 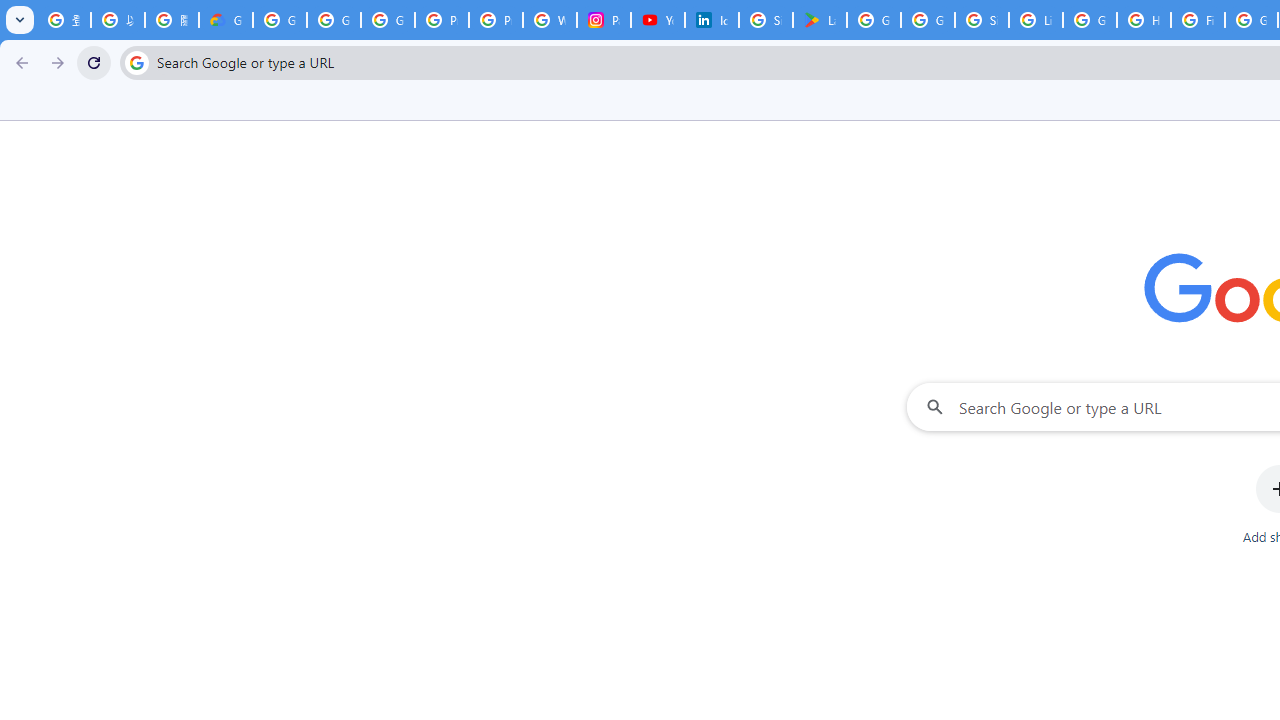 I want to click on 'Sign in - Google Accounts', so click(x=765, y=20).